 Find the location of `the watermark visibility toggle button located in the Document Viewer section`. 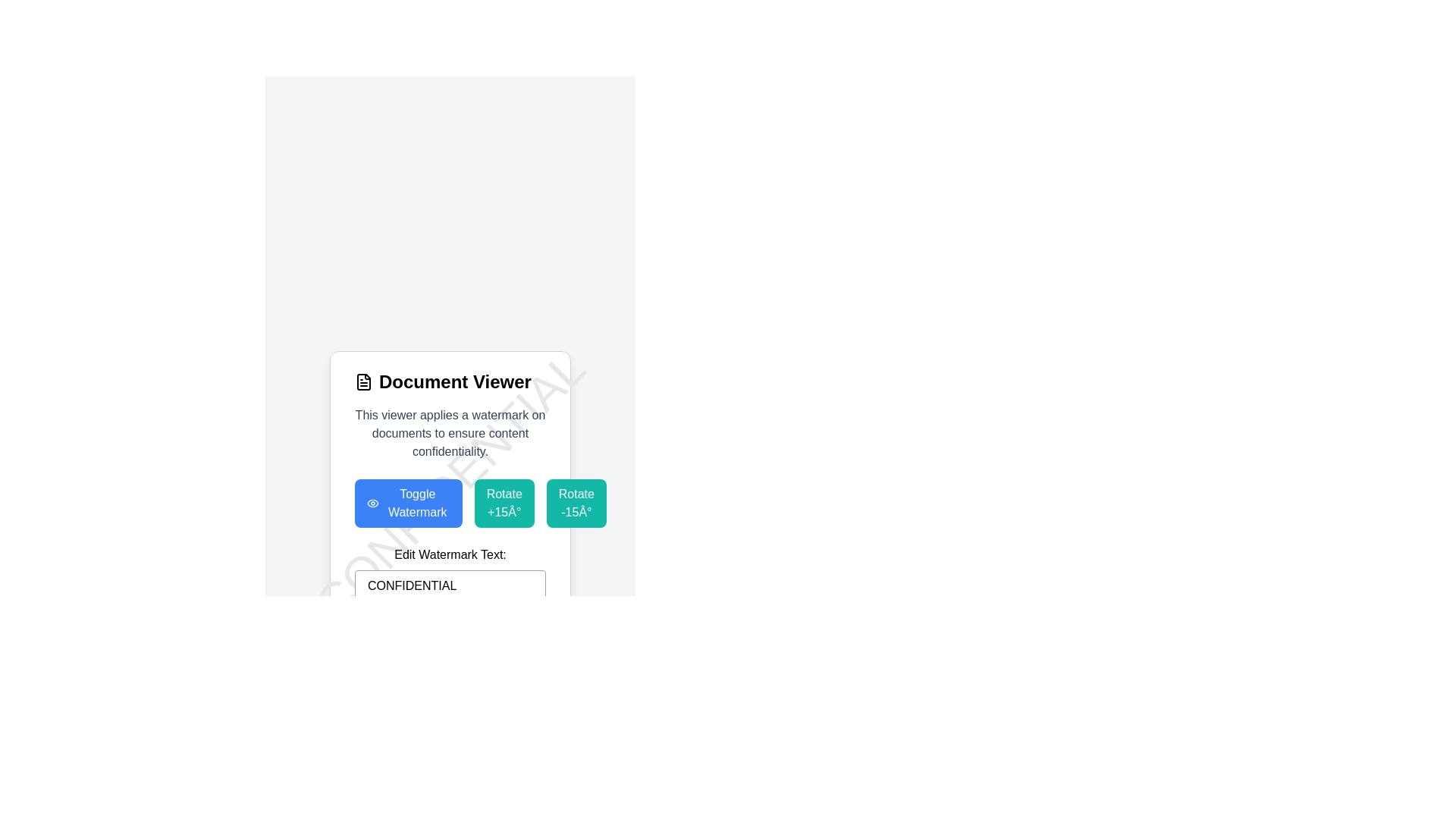

the watermark visibility toggle button located in the Document Viewer section is located at coordinates (450, 503).